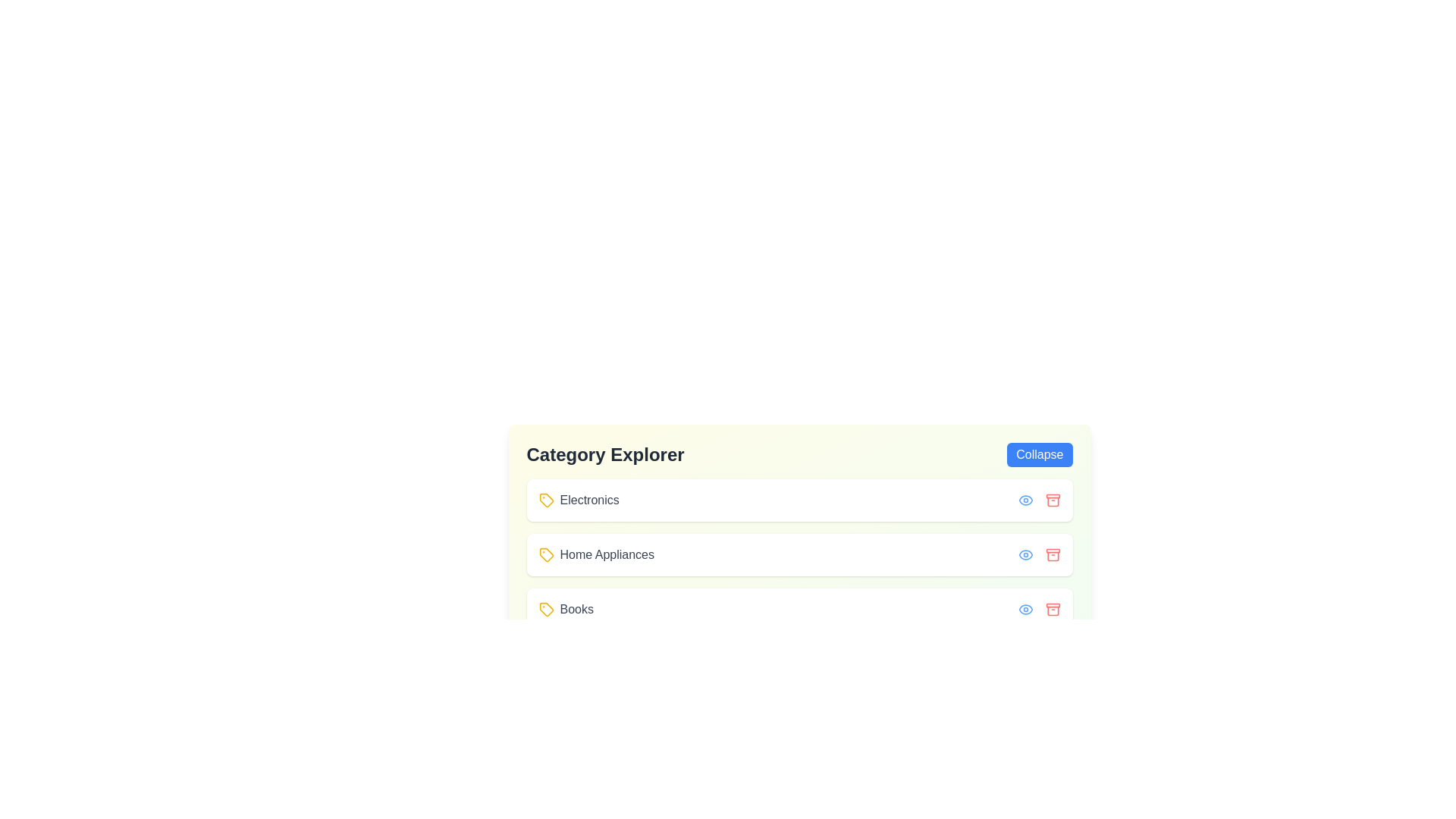 Image resolution: width=1456 pixels, height=819 pixels. Describe the element at coordinates (604, 454) in the screenshot. I see `the 'Category Explorer' text label, which serves as a header indicating its purpose in the UI, positioned to the left of the 'Collapse' button` at that location.